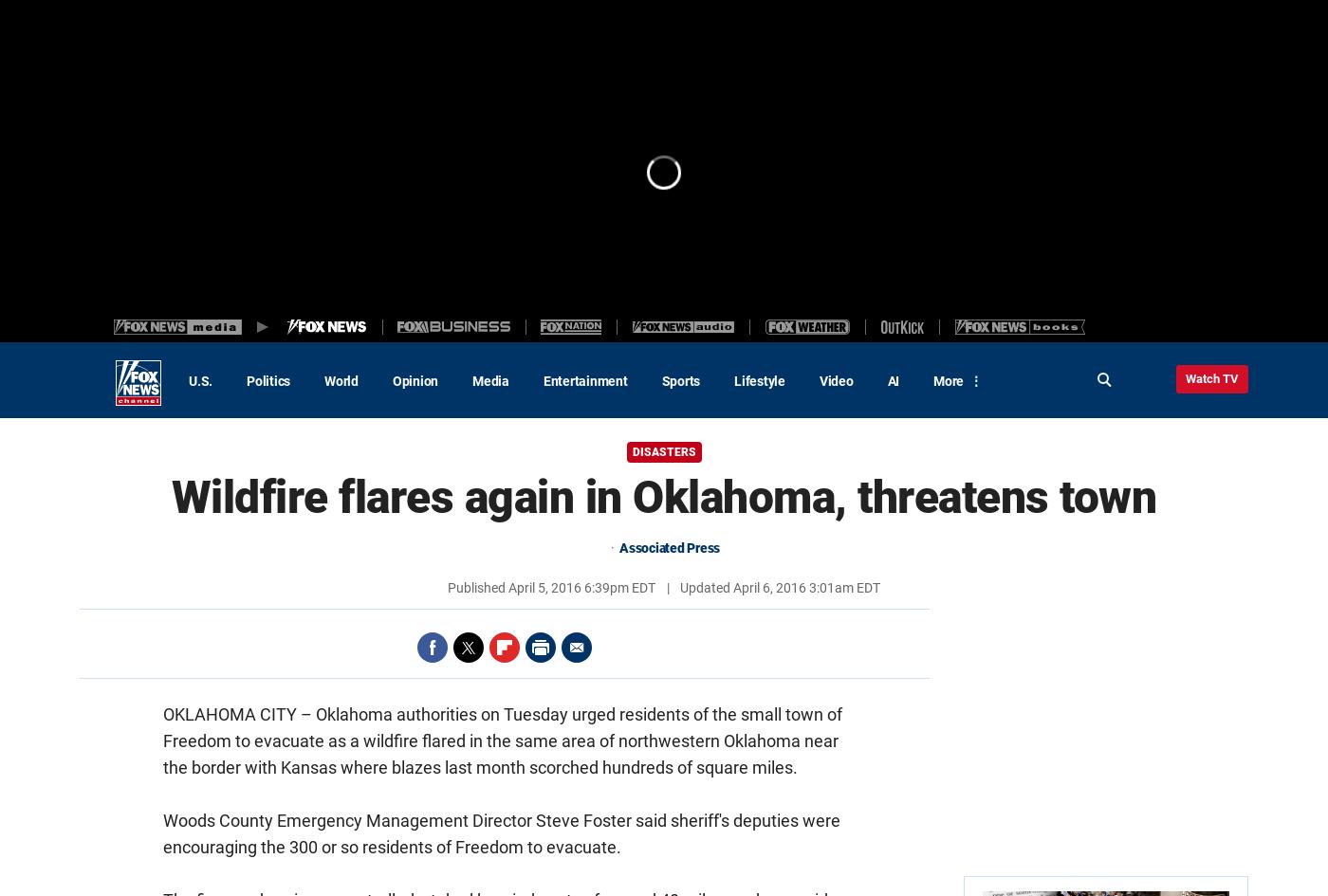  I want to click on 'April 6, 2016 3:01am EDT', so click(731, 587).